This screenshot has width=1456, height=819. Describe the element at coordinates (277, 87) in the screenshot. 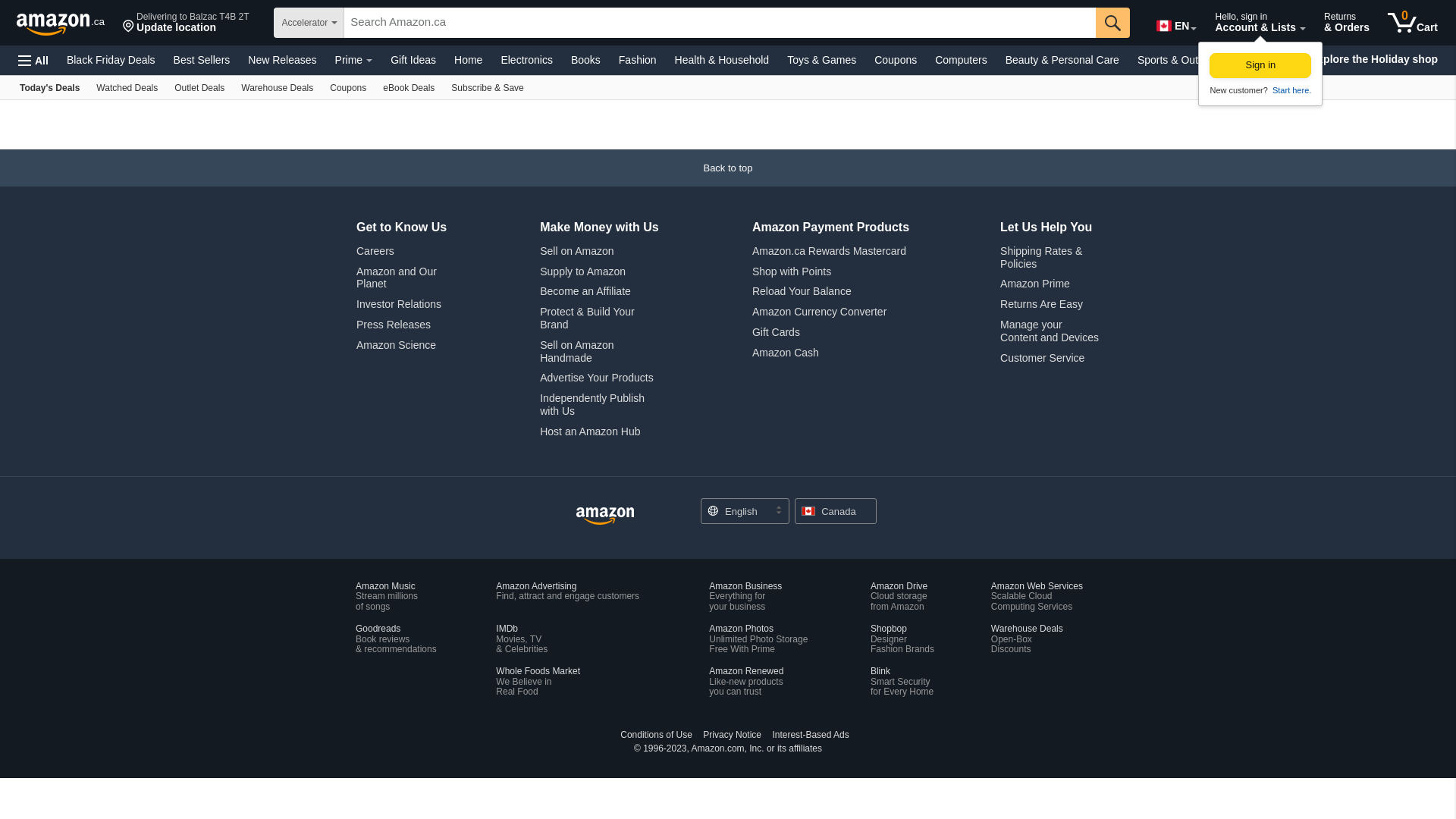

I see `'Warehouse Deals'` at that location.